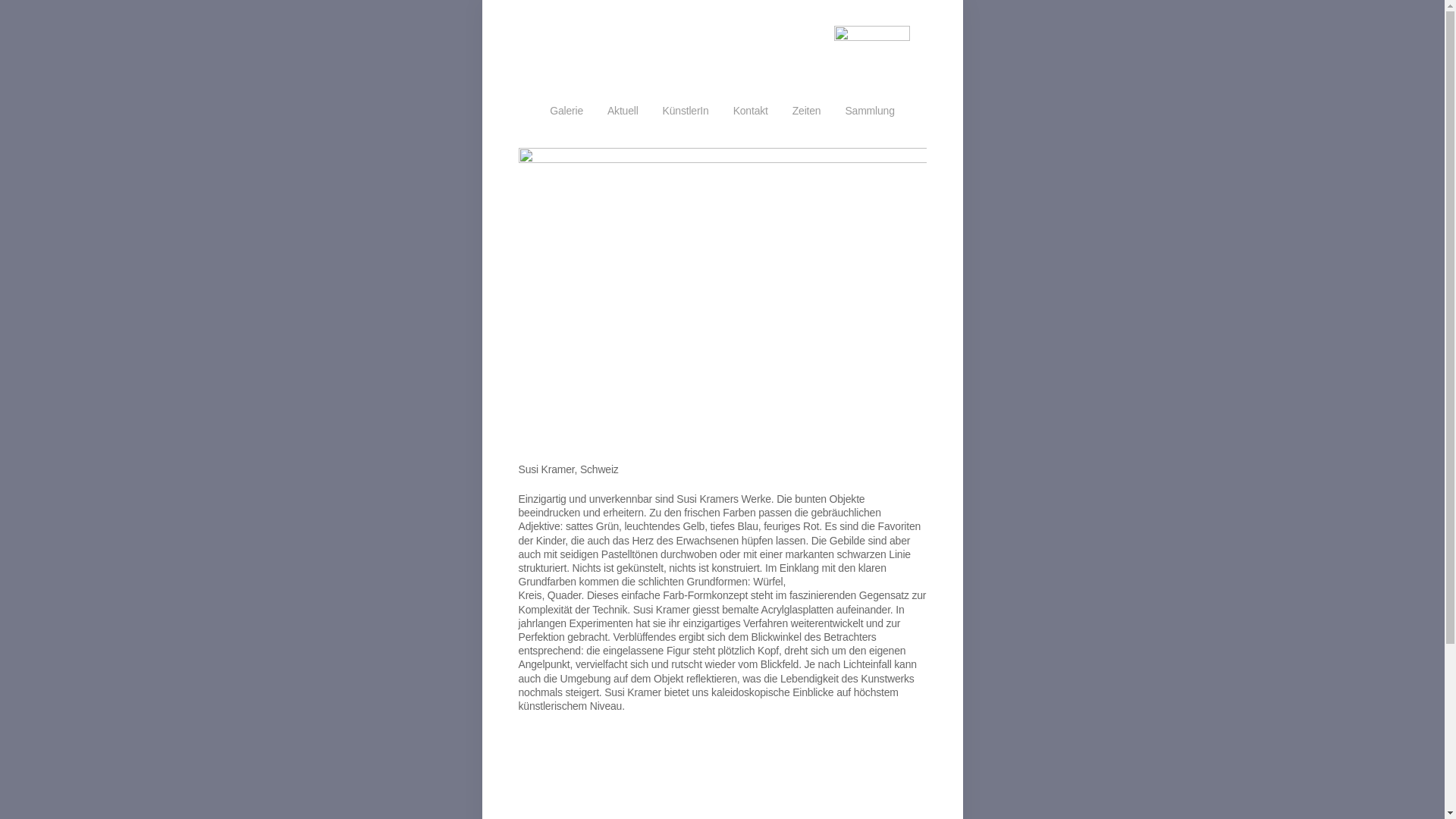 The image size is (1456, 819). Describe the element at coordinates (566, 110) in the screenshot. I see `'Galerie'` at that location.